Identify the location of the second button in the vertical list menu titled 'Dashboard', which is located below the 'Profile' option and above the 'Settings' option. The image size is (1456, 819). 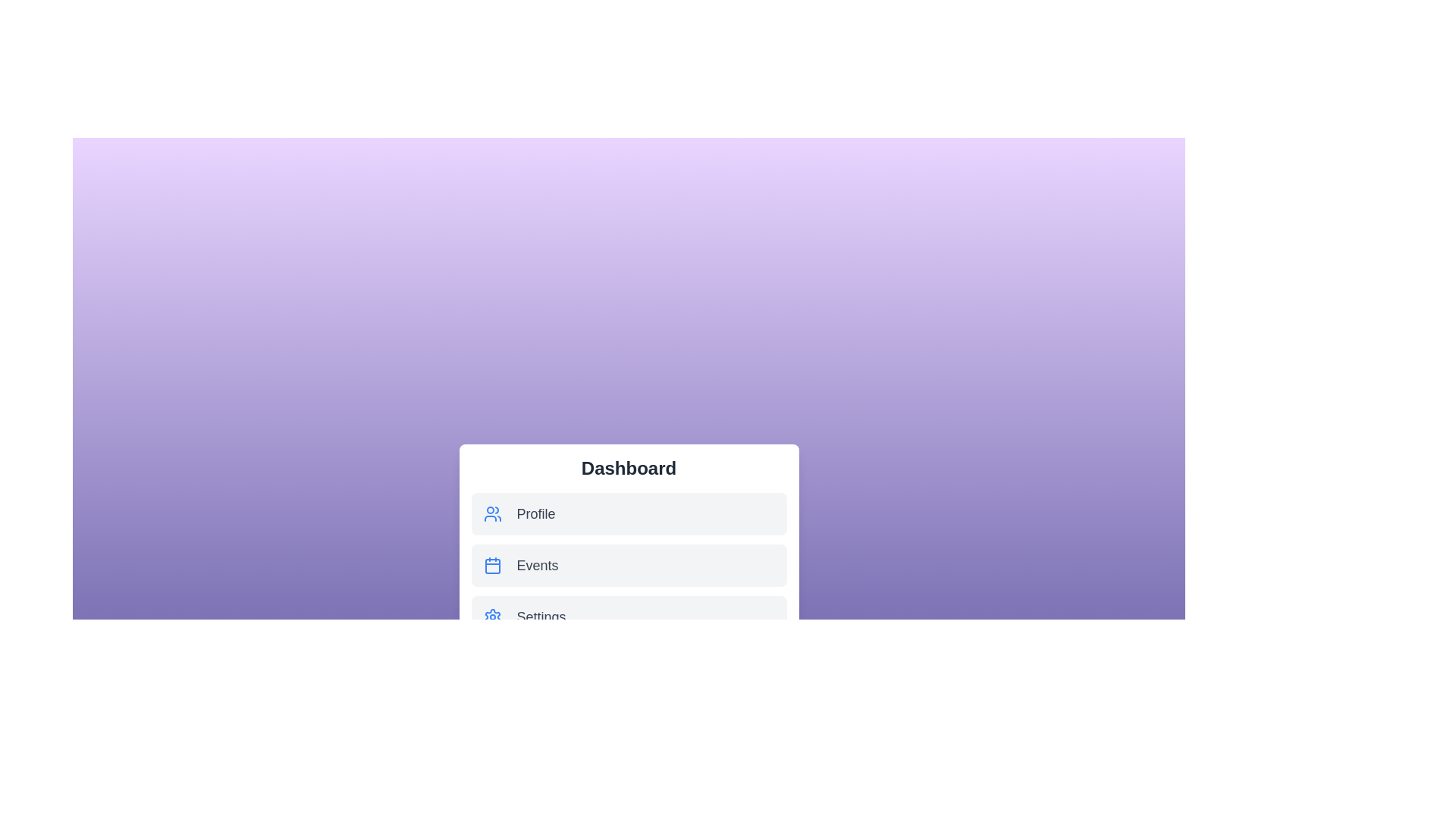
(629, 565).